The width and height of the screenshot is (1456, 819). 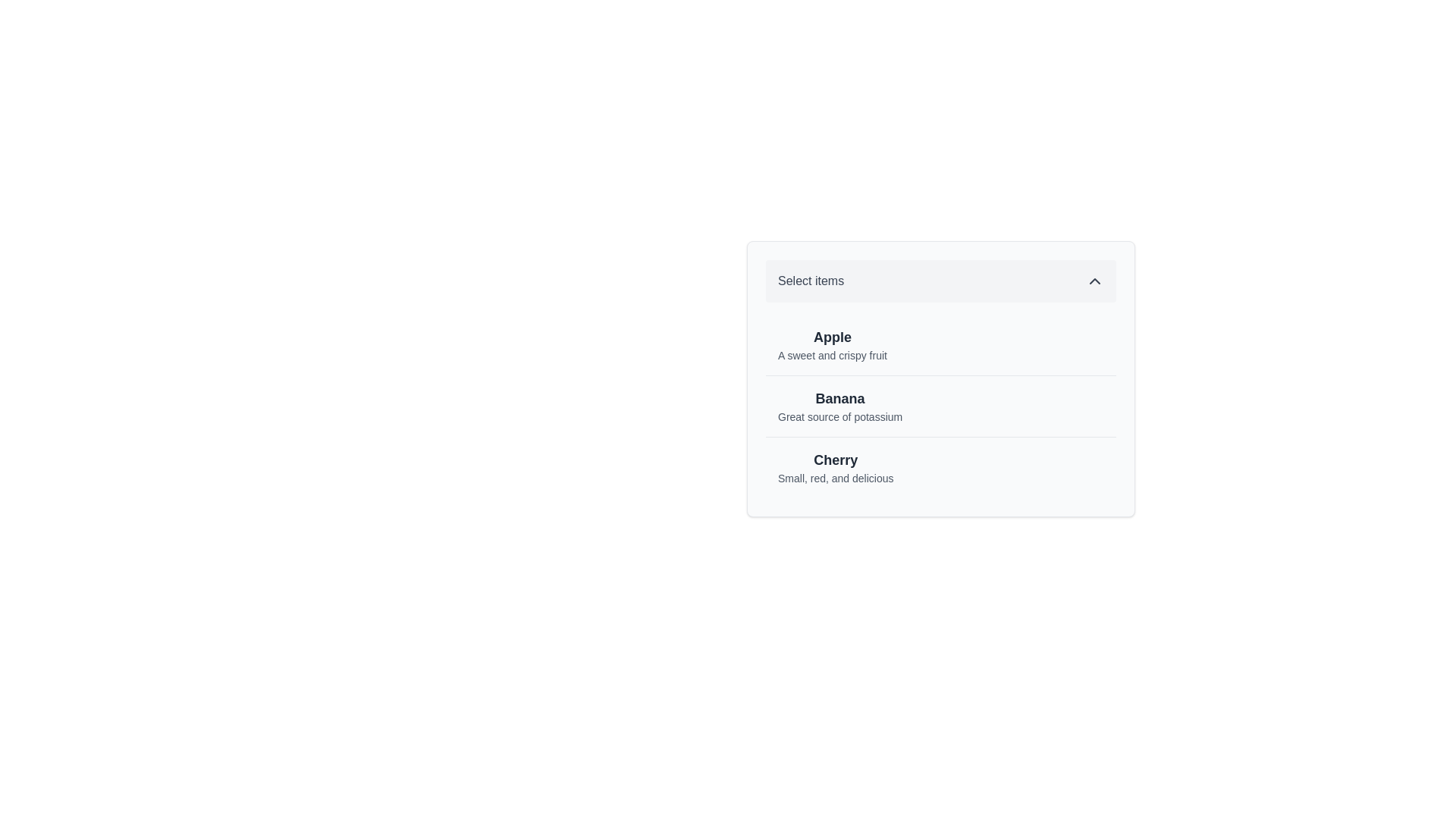 What do you see at coordinates (810, 281) in the screenshot?
I see `the text label displaying 'Select items' which is part of a dropdown header with a light gray background and rounded corners, located to the left of a chevron-up icon` at bounding box center [810, 281].